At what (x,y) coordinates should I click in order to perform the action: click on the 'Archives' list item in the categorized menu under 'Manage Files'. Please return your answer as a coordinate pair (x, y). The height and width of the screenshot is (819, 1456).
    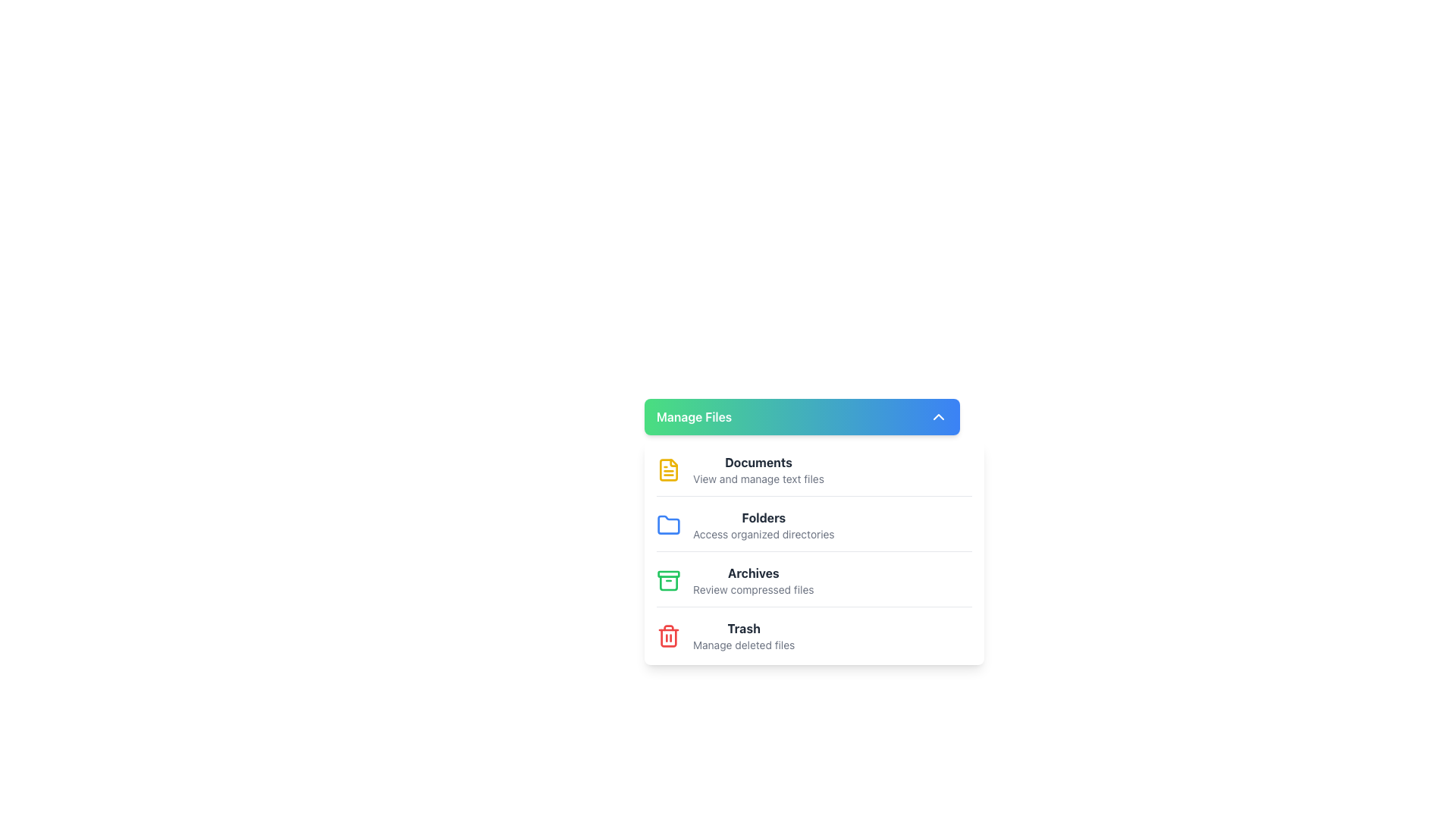
    Looking at the image, I should click on (814, 585).